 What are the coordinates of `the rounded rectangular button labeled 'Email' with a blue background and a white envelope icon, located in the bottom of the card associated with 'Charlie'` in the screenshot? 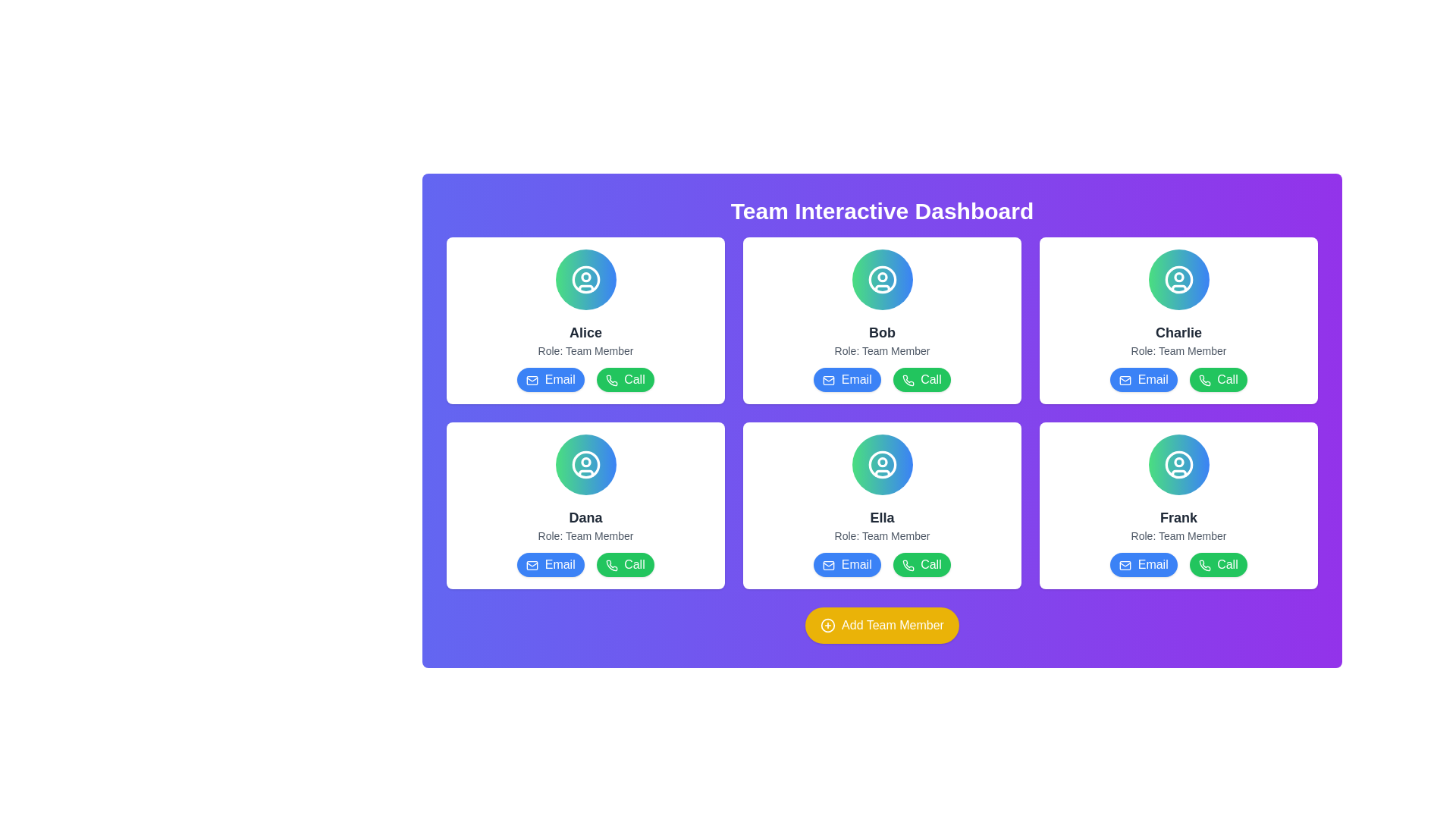 It's located at (1144, 379).